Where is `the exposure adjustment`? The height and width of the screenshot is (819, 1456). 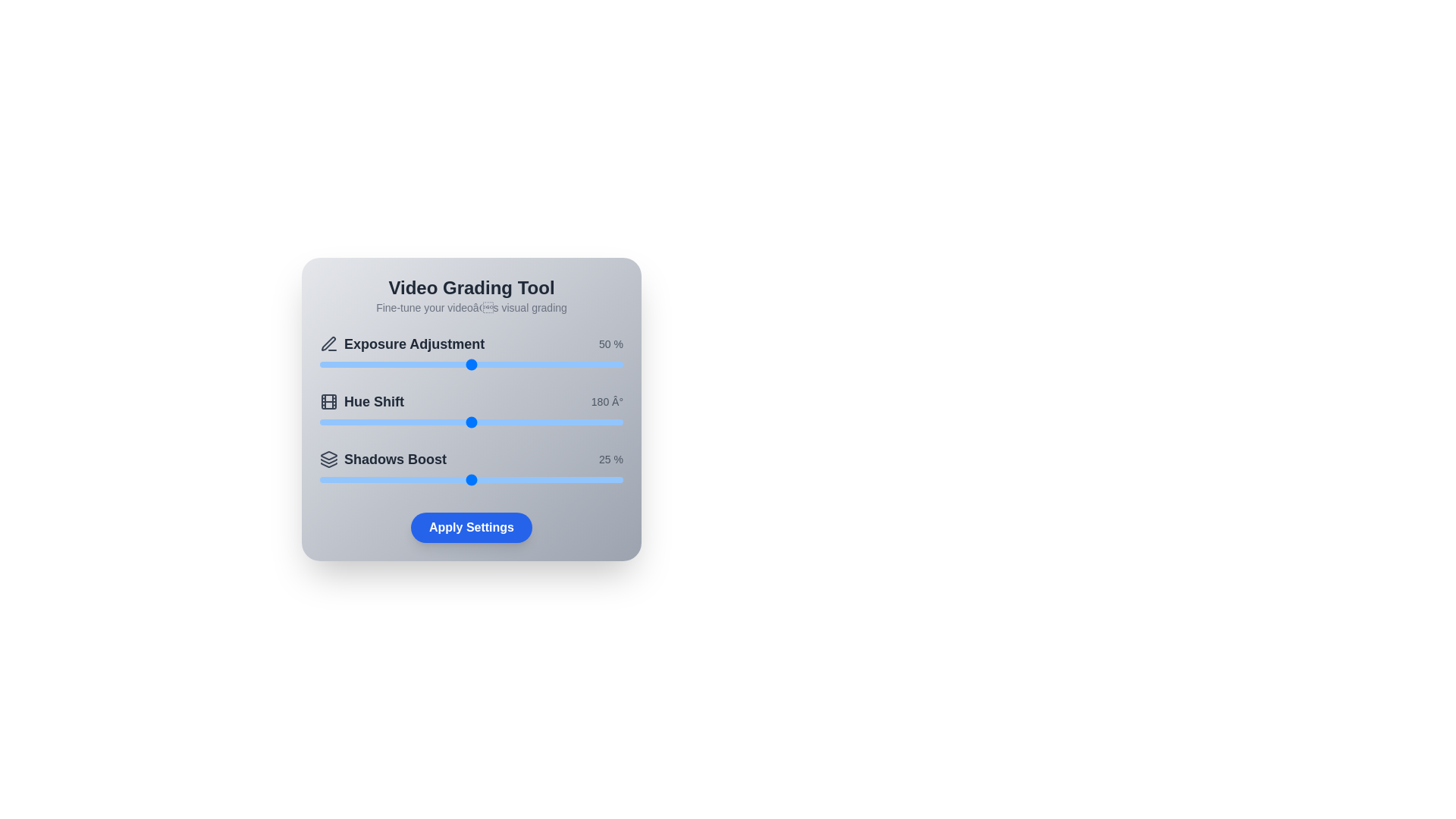 the exposure adjustment is located at coordinates (505, 365).